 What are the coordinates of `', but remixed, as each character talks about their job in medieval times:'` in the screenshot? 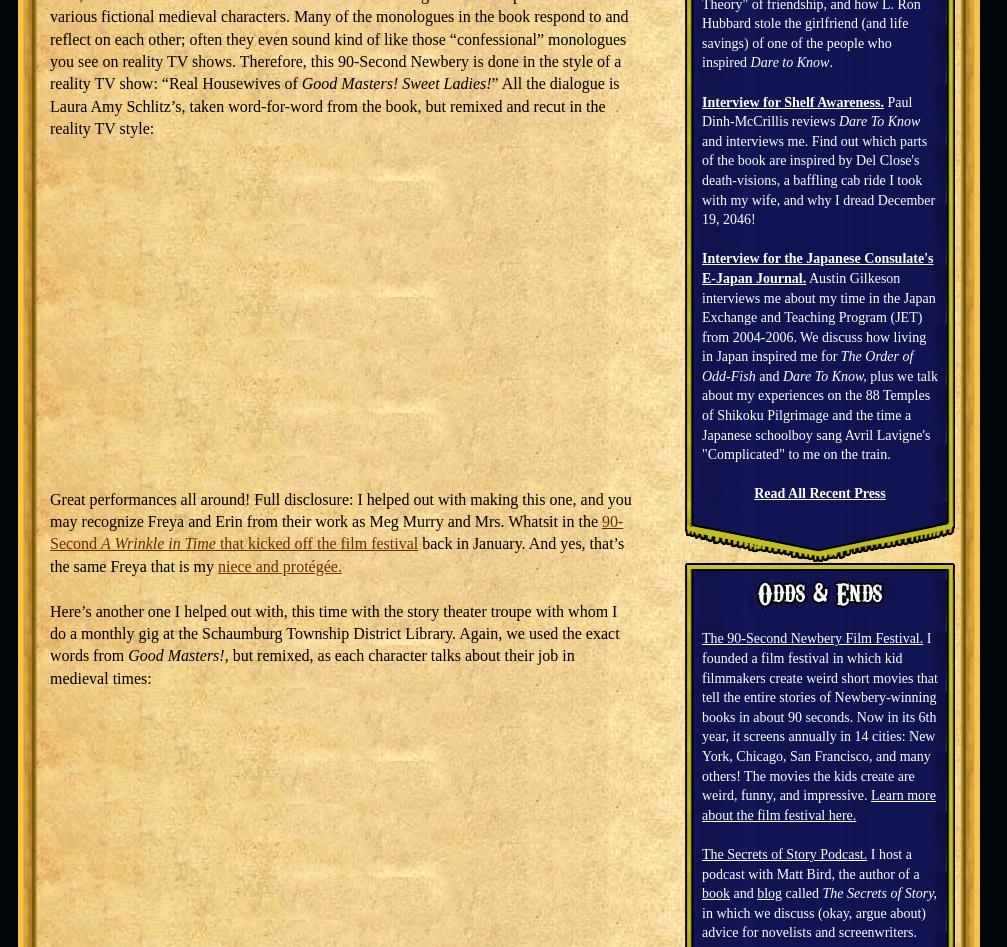 It's located at (311, 665).